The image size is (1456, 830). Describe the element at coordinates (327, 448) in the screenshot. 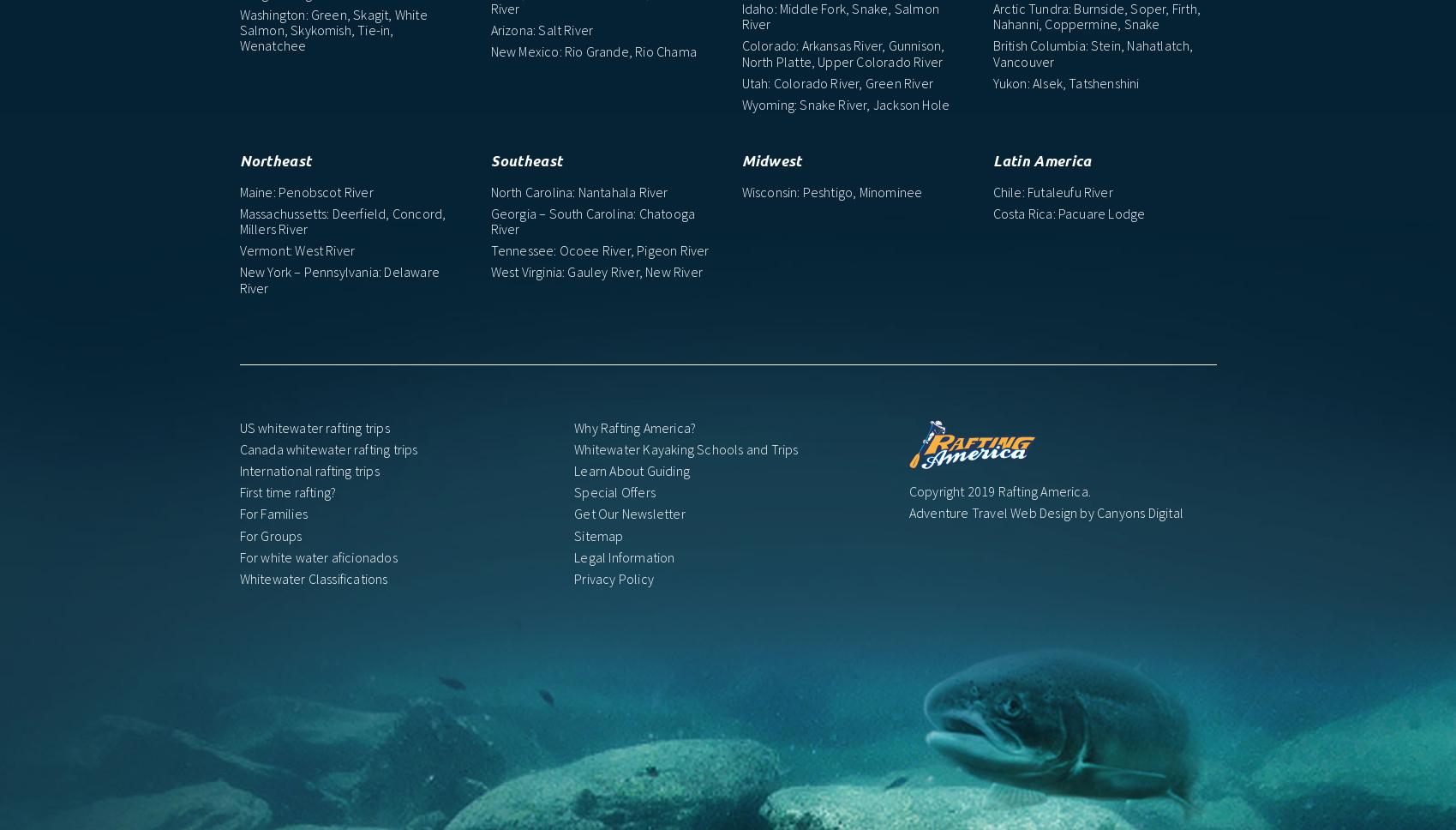

I see `'Canada whitewater rafting trips'` at that location.